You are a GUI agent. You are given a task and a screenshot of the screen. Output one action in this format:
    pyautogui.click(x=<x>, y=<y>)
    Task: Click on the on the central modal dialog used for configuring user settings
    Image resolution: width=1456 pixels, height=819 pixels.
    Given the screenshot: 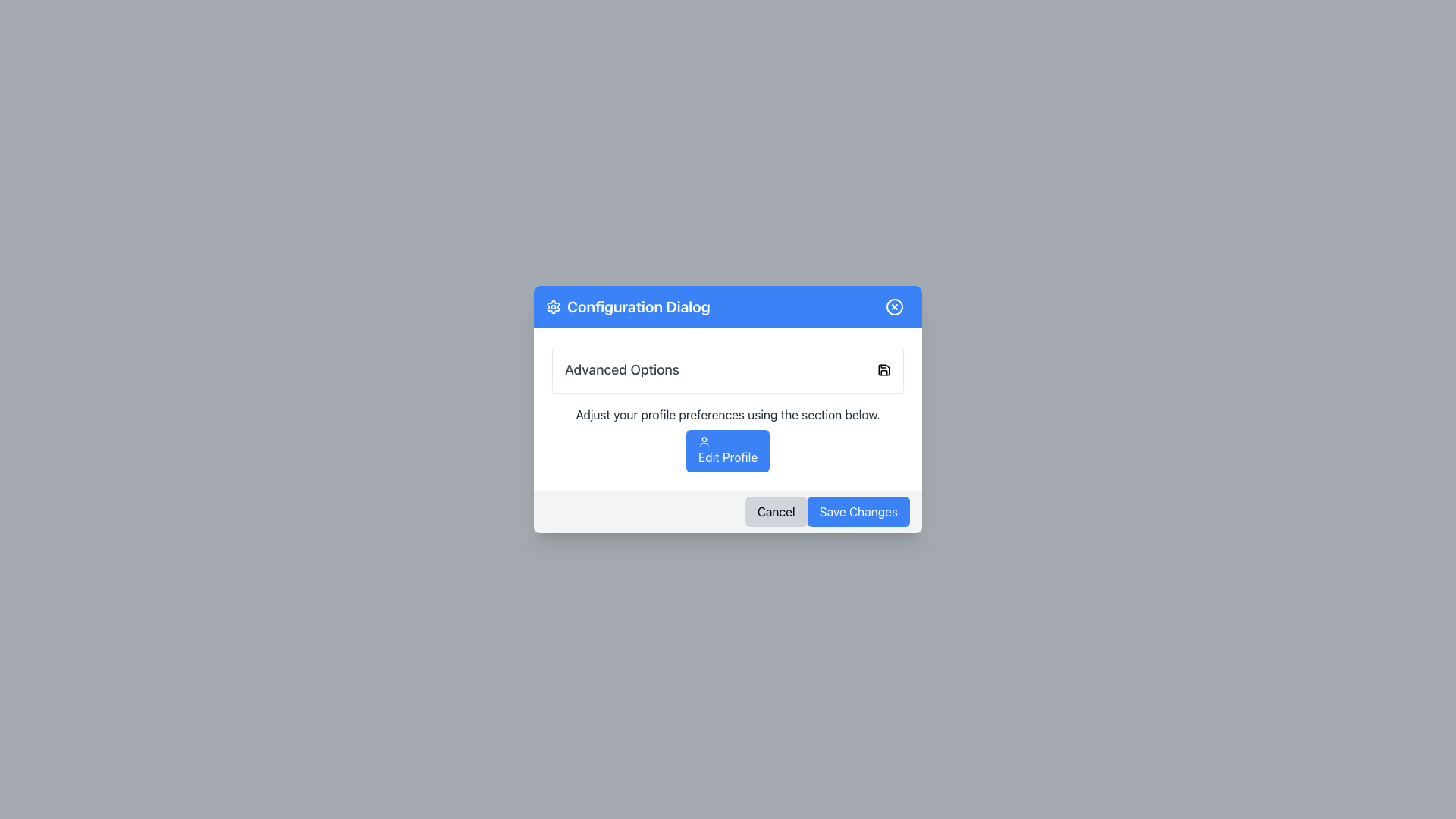 What is the action you would take?
    pyautogui.click(x=728, y=409)
    